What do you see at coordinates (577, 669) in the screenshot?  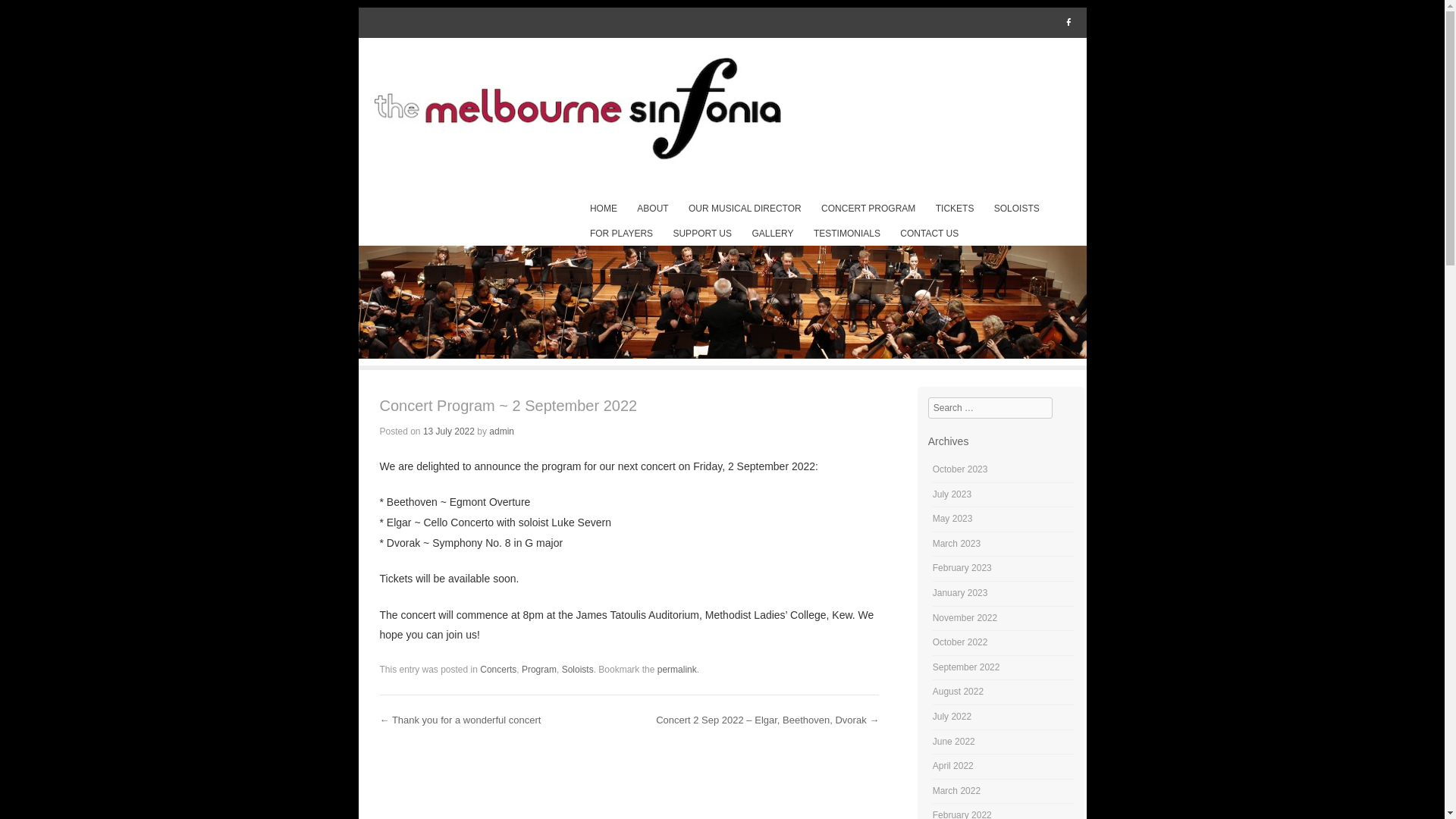 I see `'Soloists'` at bounding box center [577, 669].